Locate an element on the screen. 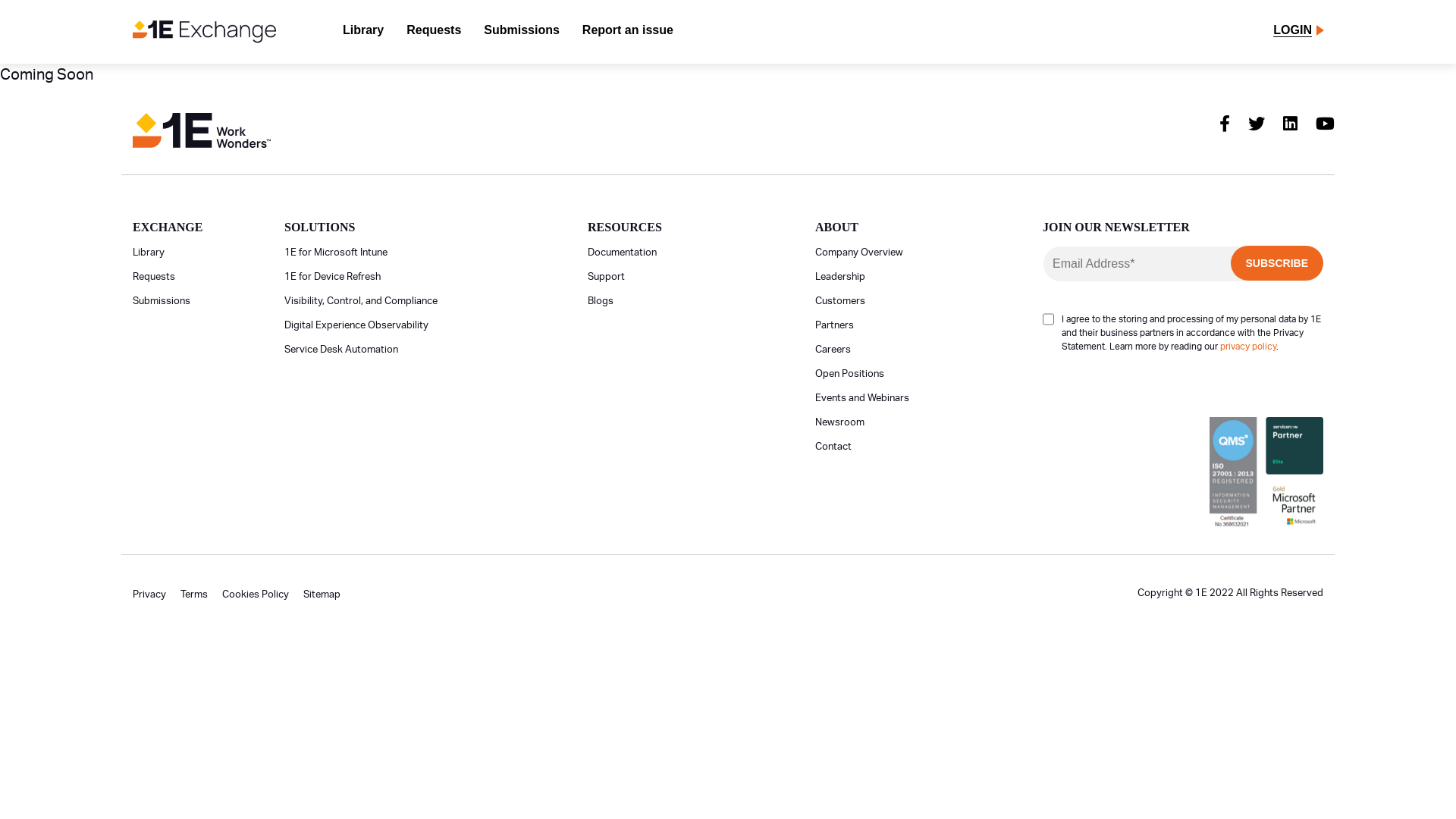 Image resolution: width=1456 pixels, height=819 pixels. 'Requests' is located at coordinates (153, 277).